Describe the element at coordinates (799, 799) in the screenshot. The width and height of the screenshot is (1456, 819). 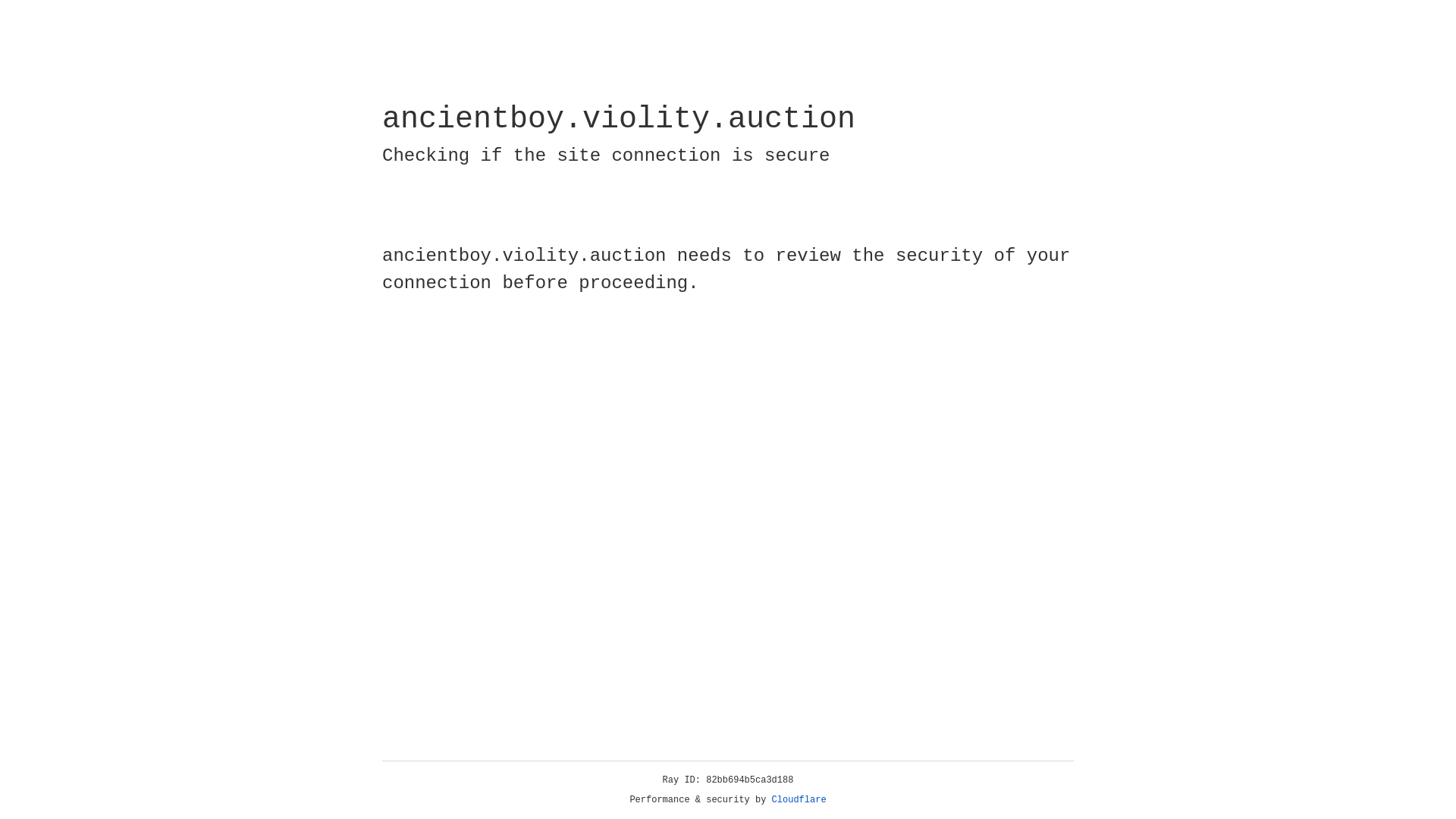
I see `'Cloudflare'` at that location.